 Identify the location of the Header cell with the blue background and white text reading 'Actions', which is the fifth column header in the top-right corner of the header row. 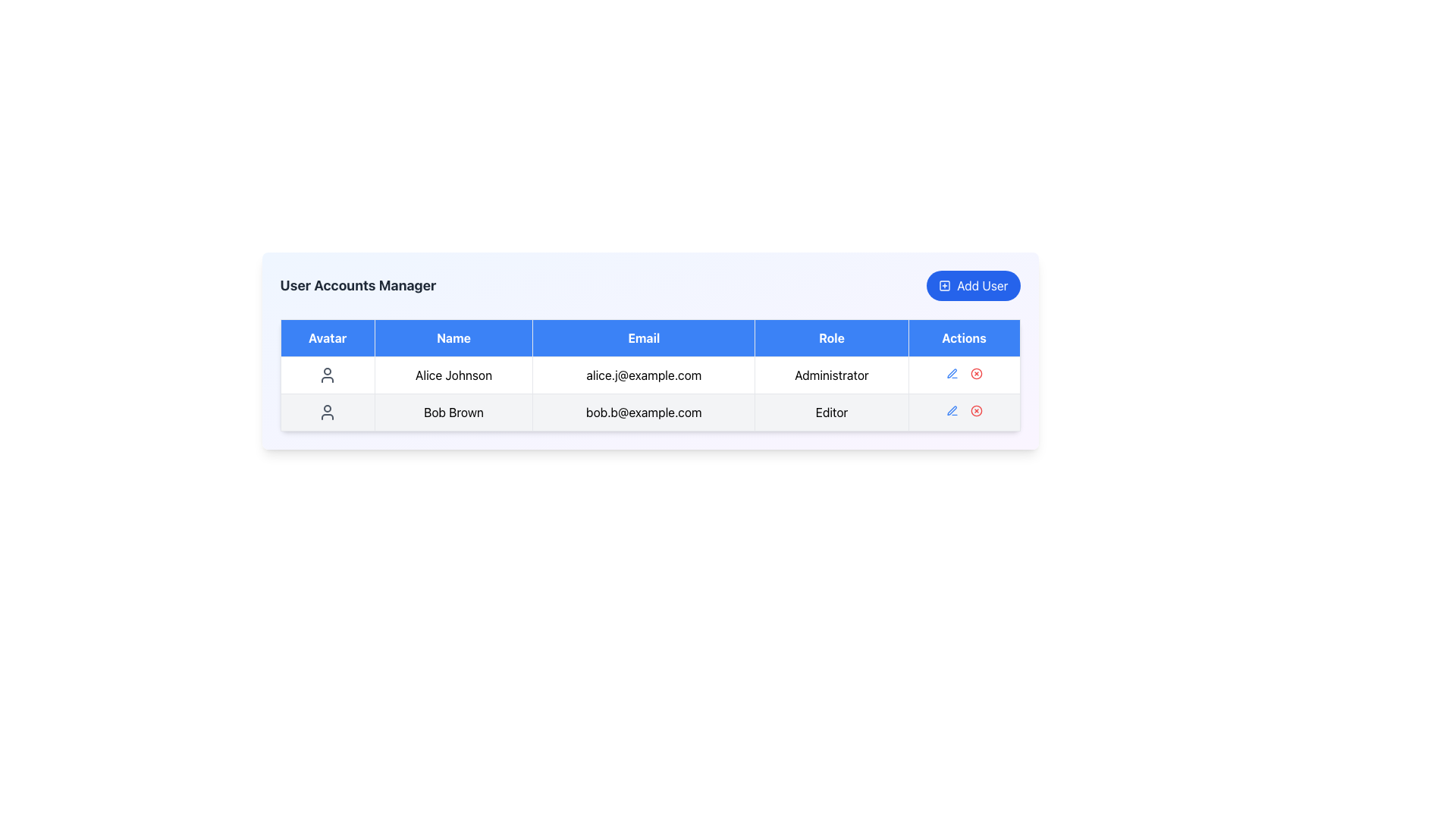
(963, 337).